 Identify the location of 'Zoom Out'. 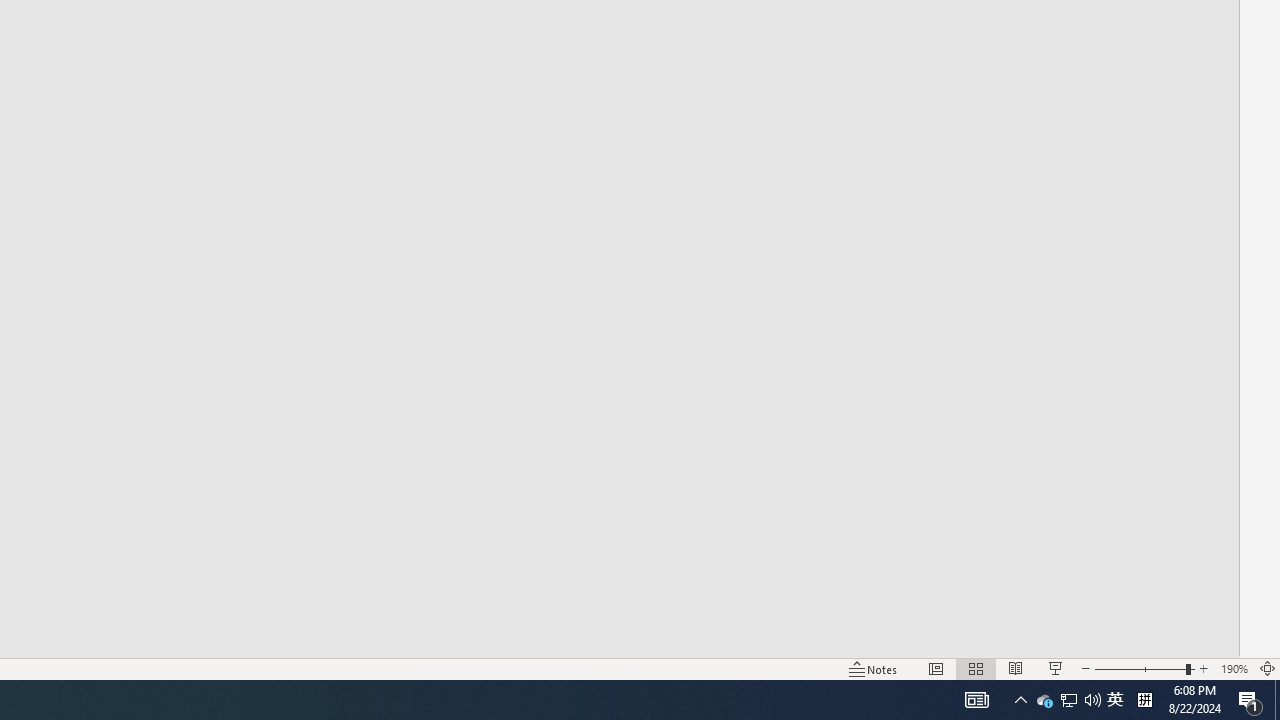
(1140, 669).